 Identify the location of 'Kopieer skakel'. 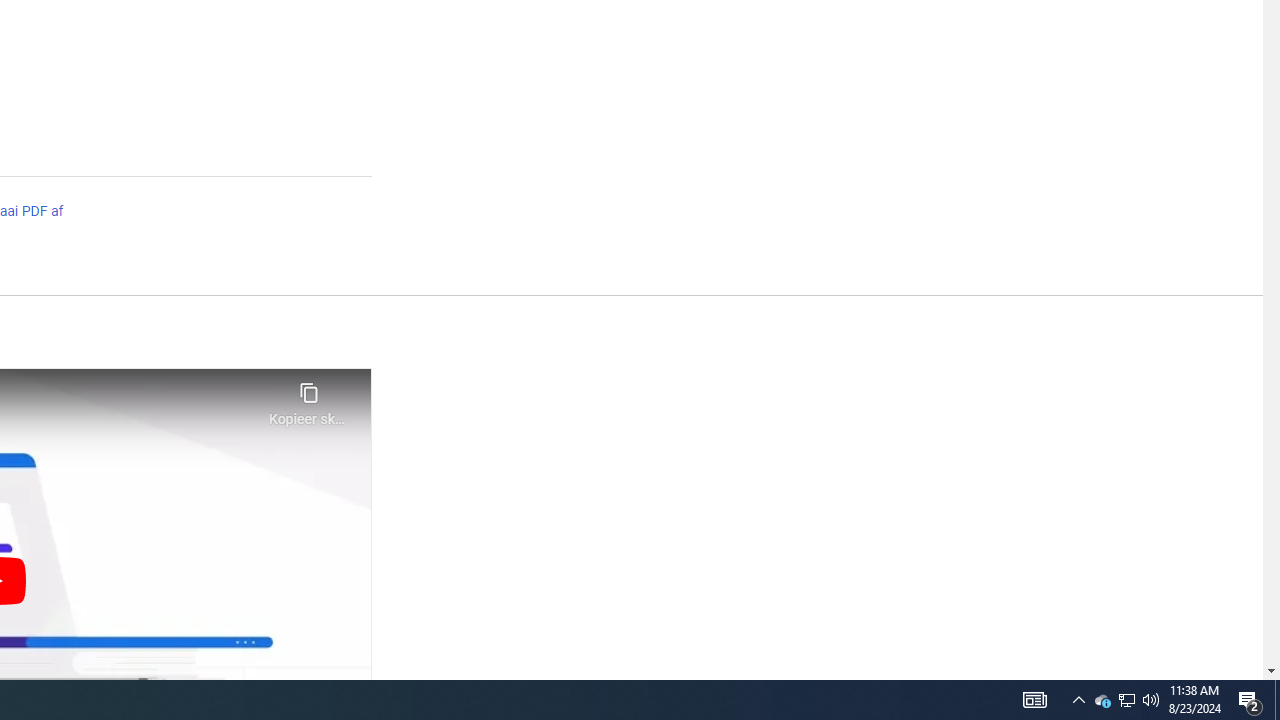
(308, 398).